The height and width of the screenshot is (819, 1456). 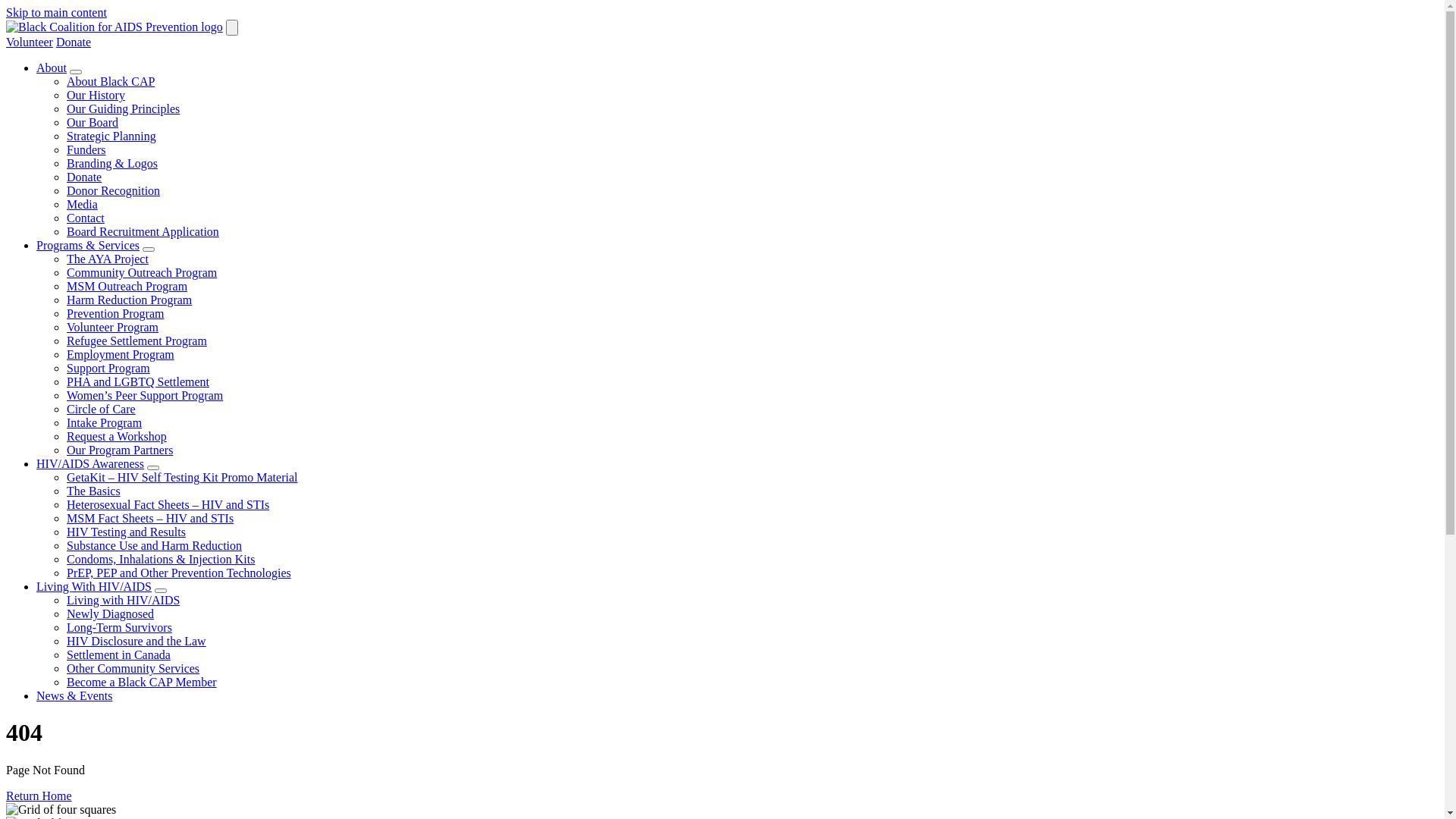 I want to click on 'Board Recruitment Application', so click(x=65, y=231).